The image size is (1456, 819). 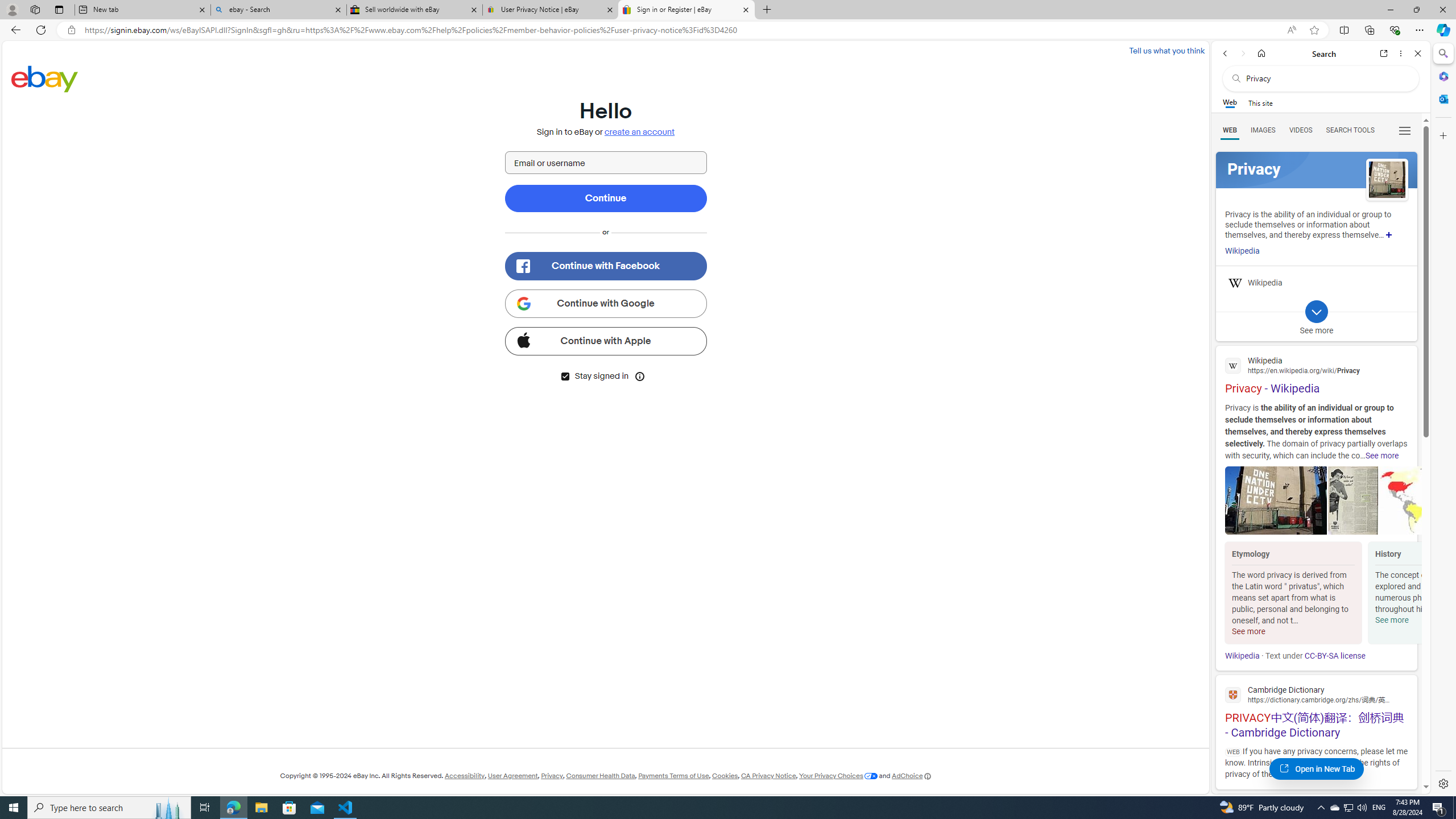 I want to click on 'Search Filter, WEB', so click(x=1230, y=129).